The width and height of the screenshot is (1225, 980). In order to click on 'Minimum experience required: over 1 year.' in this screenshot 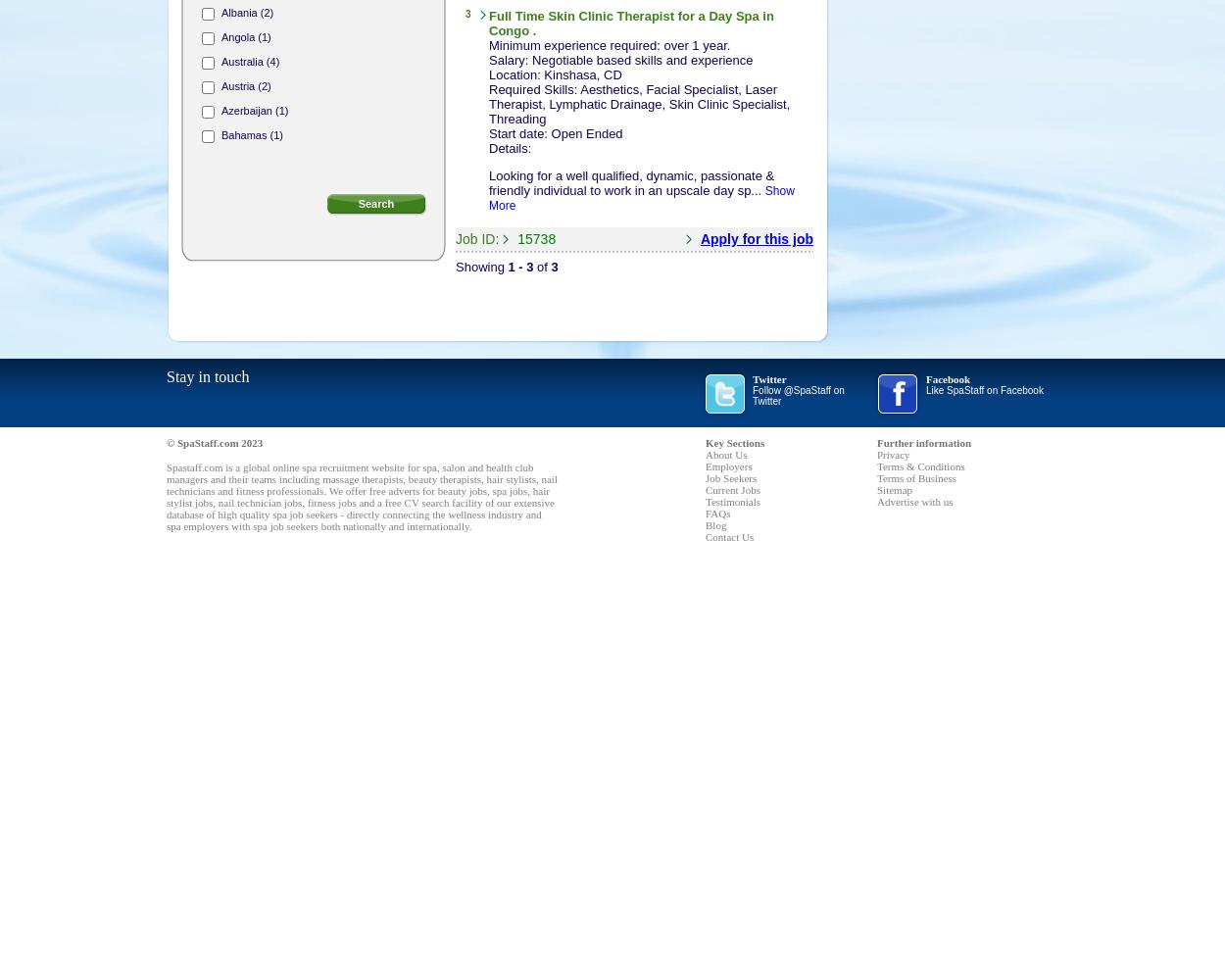, I will do `click(488, 44)`.